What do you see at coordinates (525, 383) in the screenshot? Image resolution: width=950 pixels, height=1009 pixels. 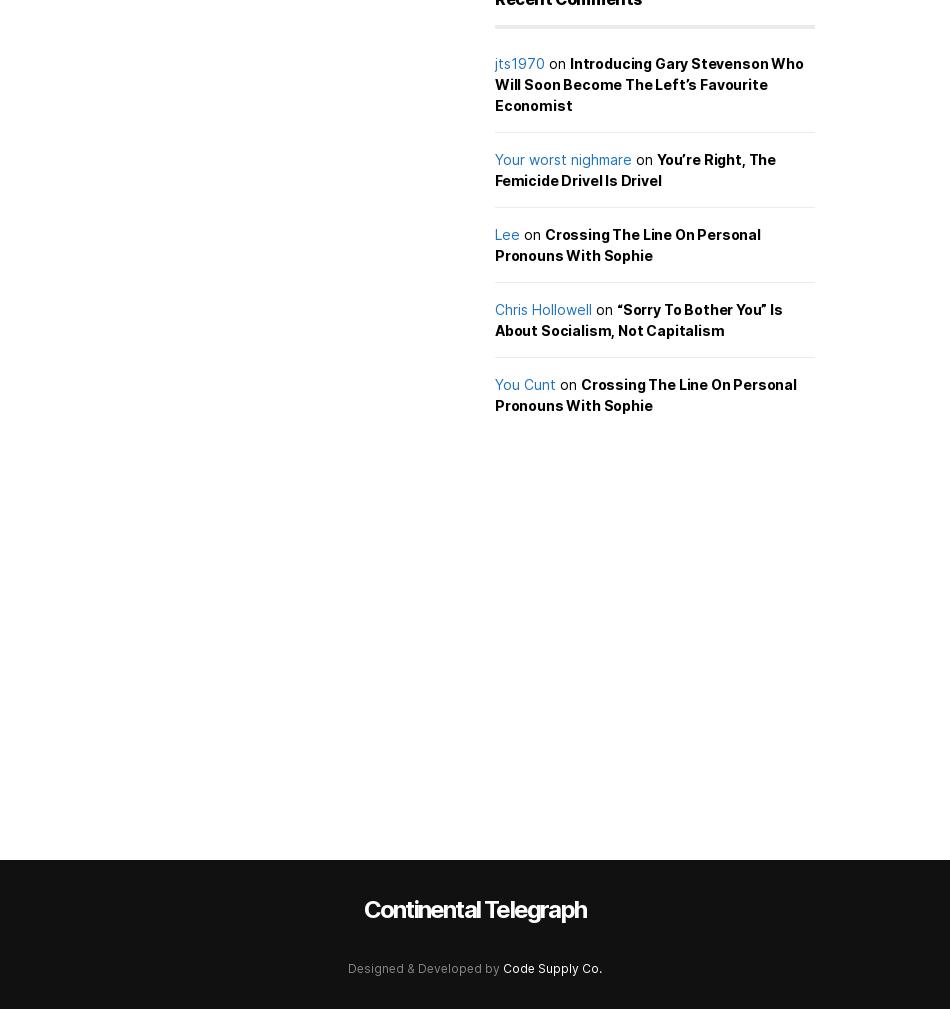 I see `'You Cunt'` at bounding box center [525, 383].